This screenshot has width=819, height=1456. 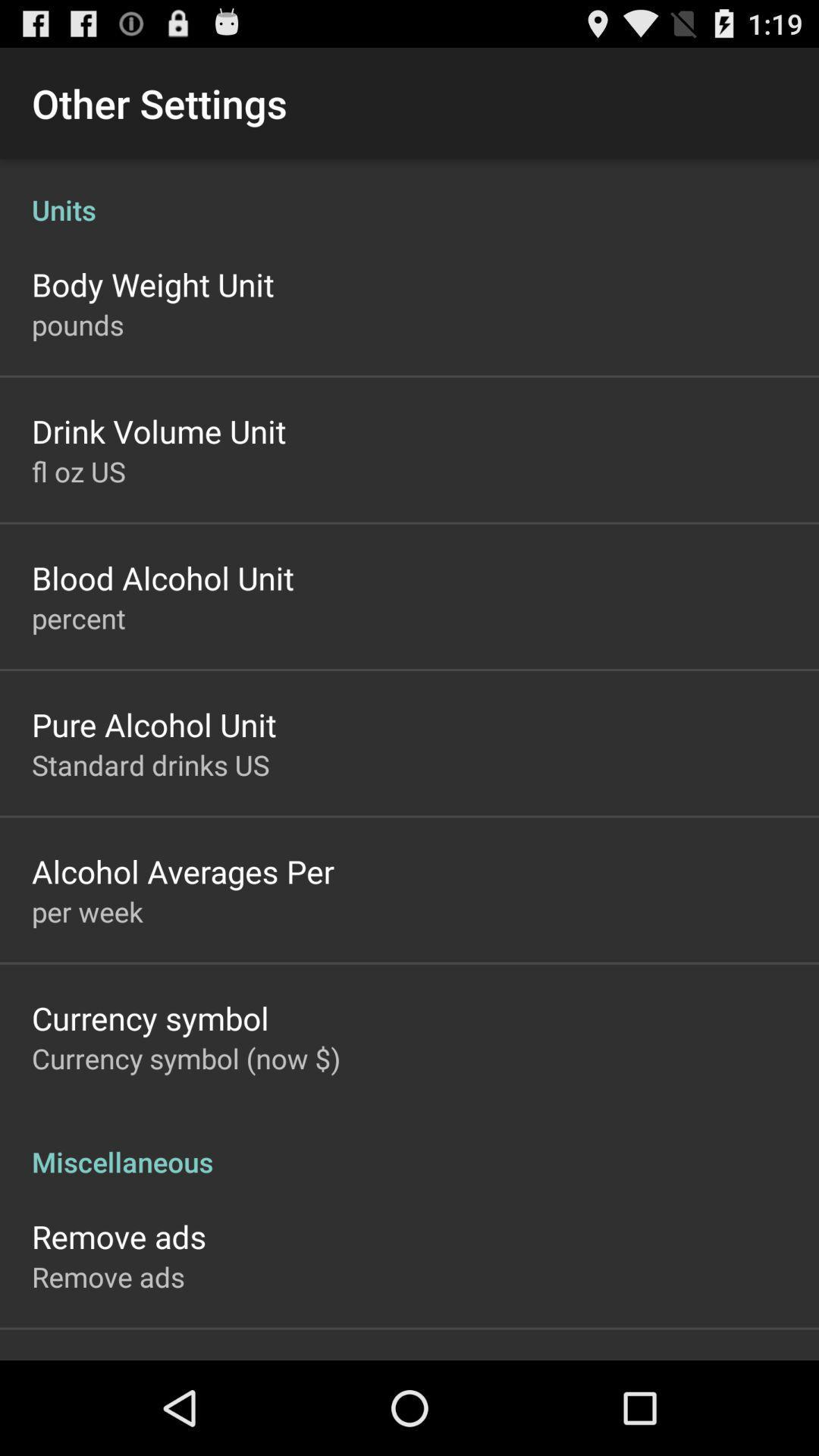 What do you see at coordinates (409, 193) in the screenshot?
I see `item below the other settings item` at bounding box center [409, 193].